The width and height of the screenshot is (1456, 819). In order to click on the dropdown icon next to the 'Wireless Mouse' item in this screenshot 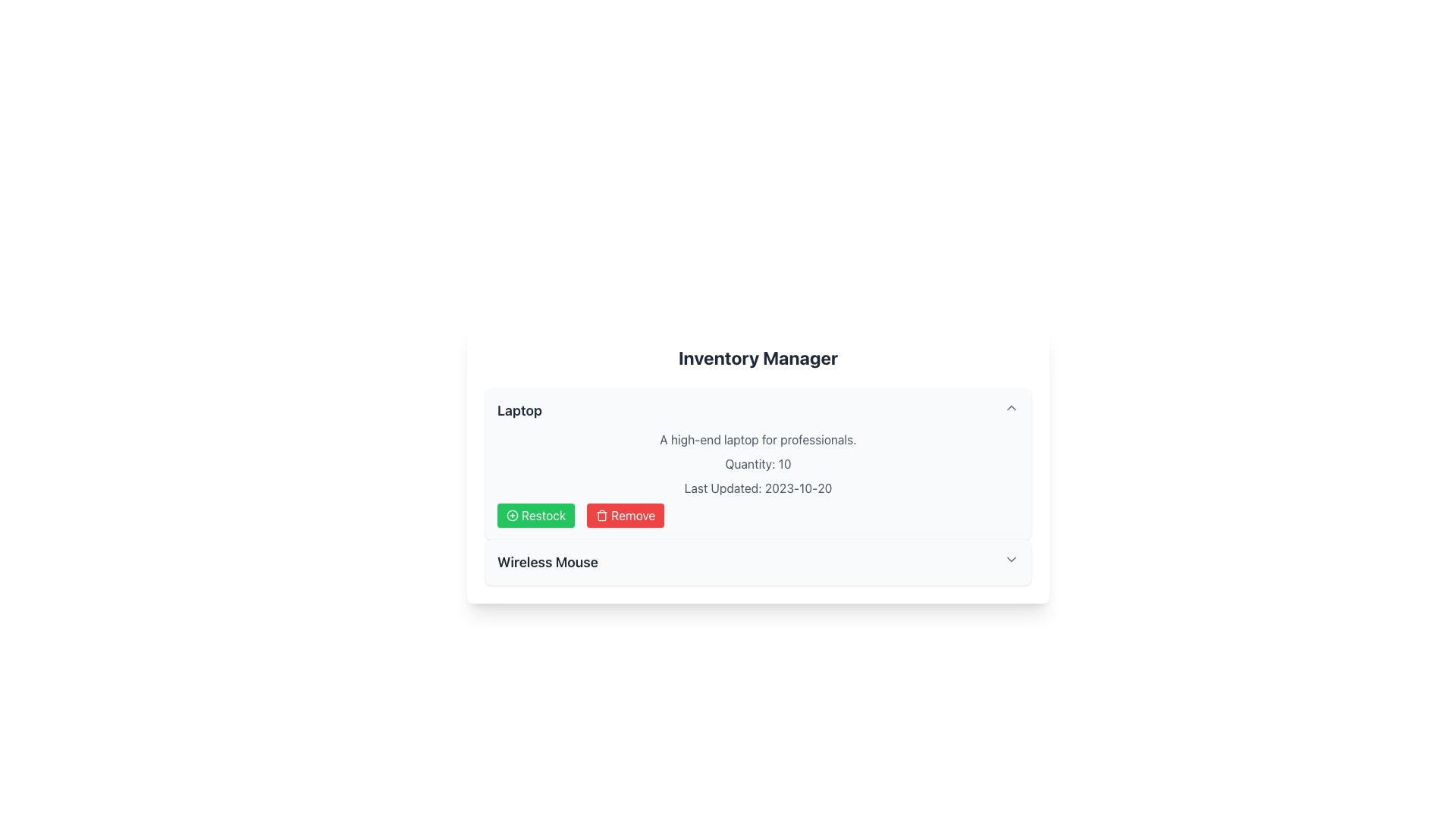, I will do `click(1012, 559)`.